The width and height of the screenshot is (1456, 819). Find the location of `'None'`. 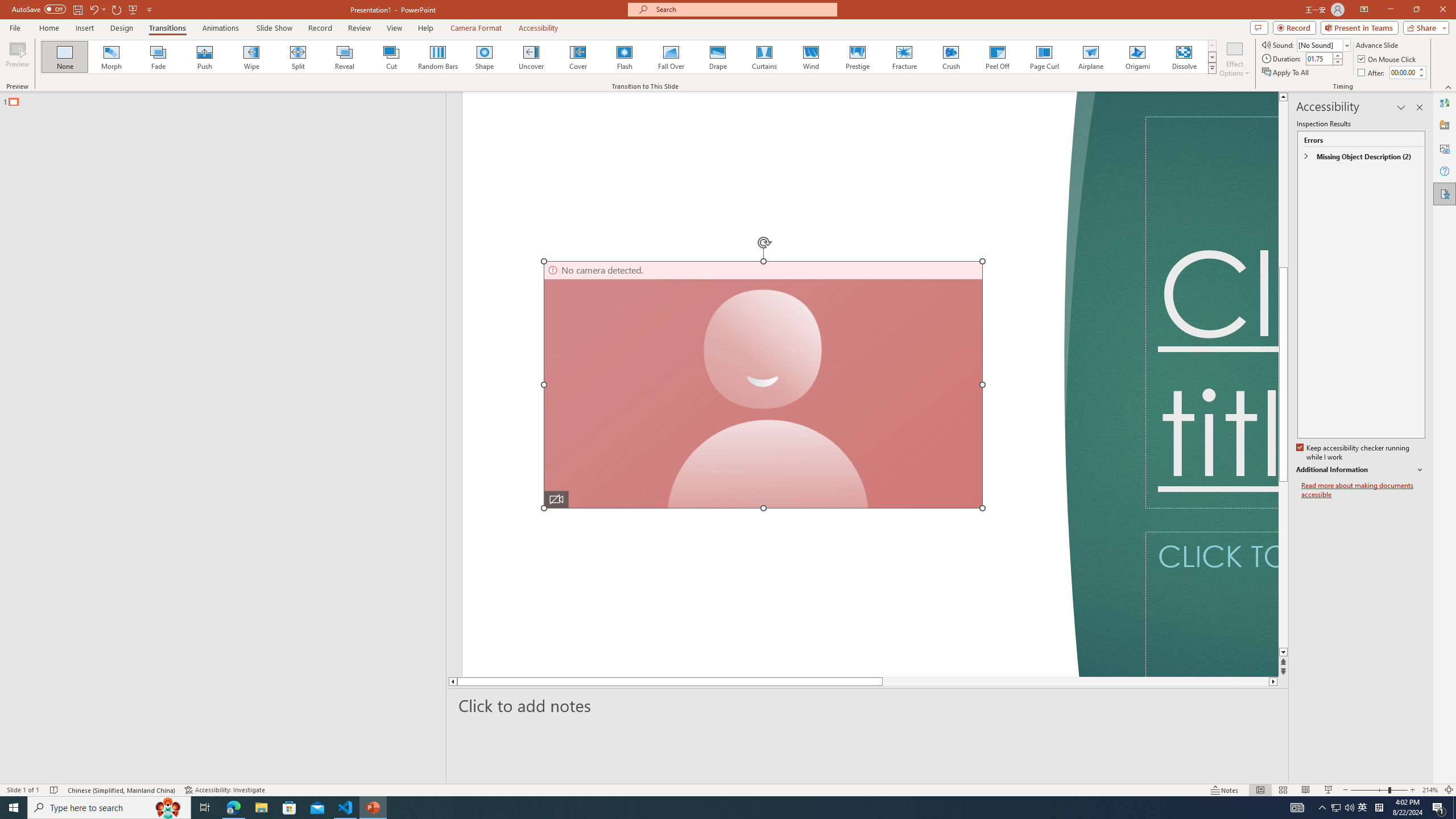

'None' is located at coordinates (65, 56).